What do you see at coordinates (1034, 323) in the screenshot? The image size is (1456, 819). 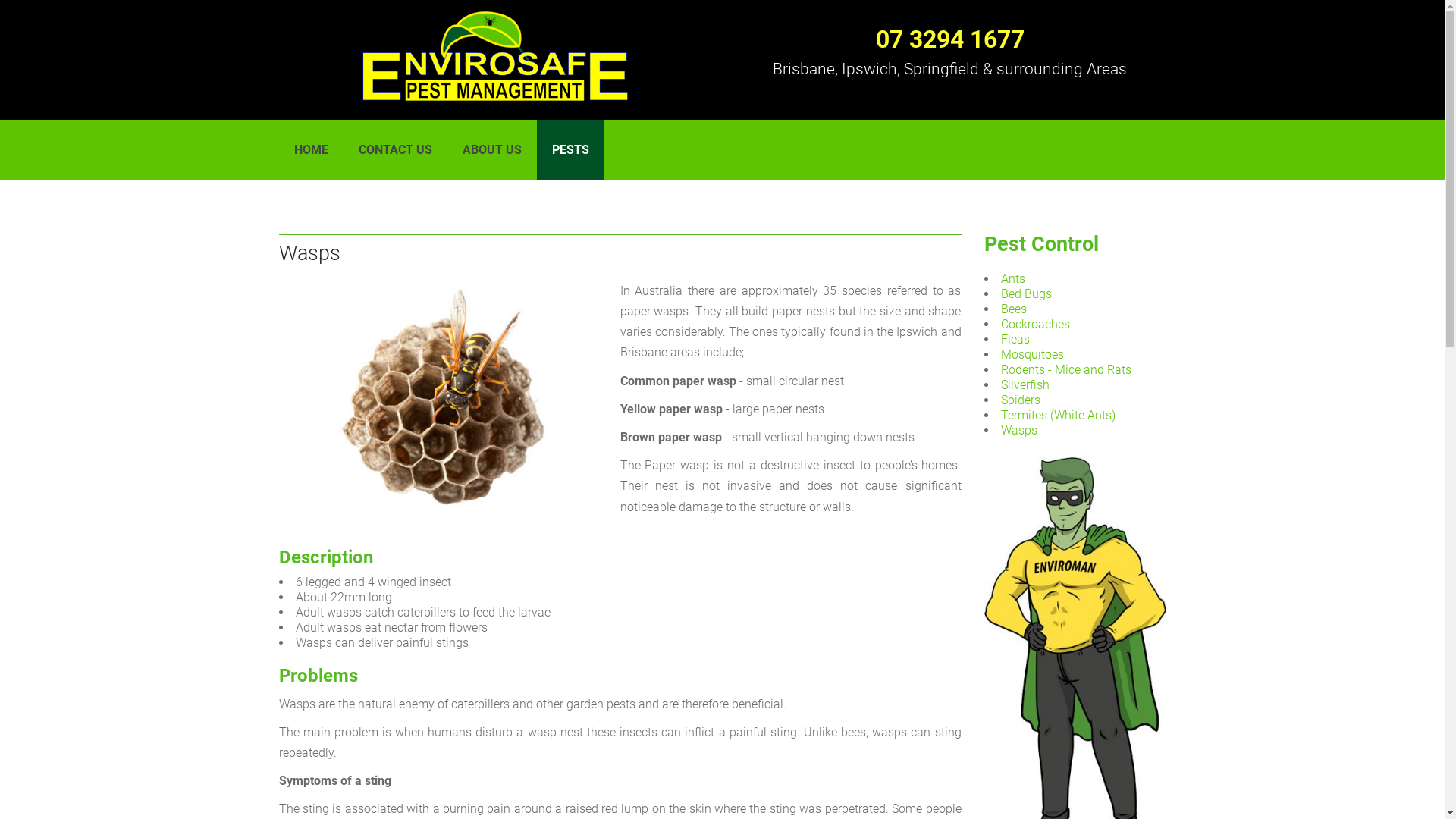 I see `'Cockroaches'` at bounding box center [1034, 323].